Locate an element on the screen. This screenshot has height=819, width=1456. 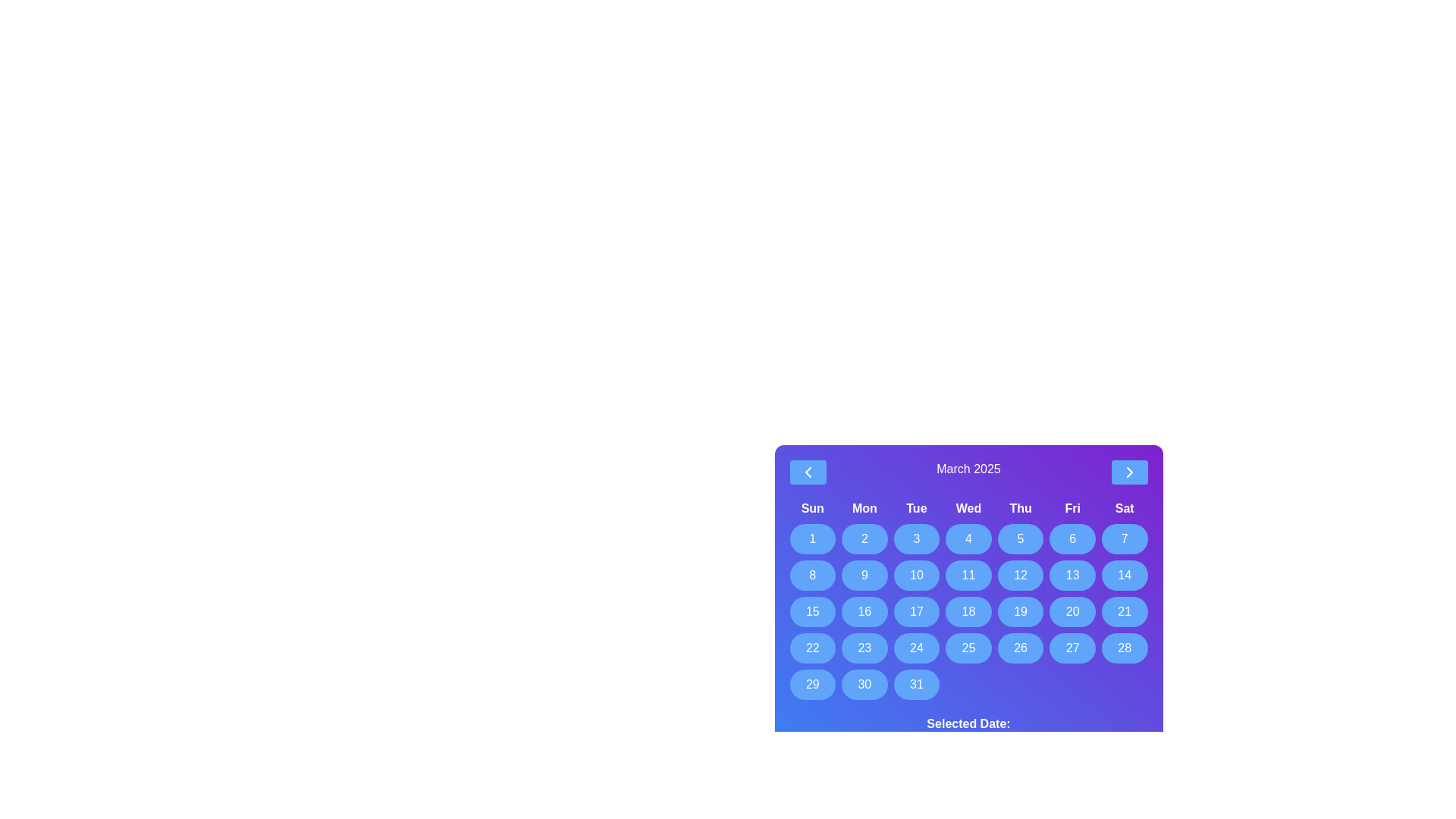
the circular button displaying the number '10' in white on a blue background, located in the second row and third column of the calendar grid view is located at coordinates (915, 576).